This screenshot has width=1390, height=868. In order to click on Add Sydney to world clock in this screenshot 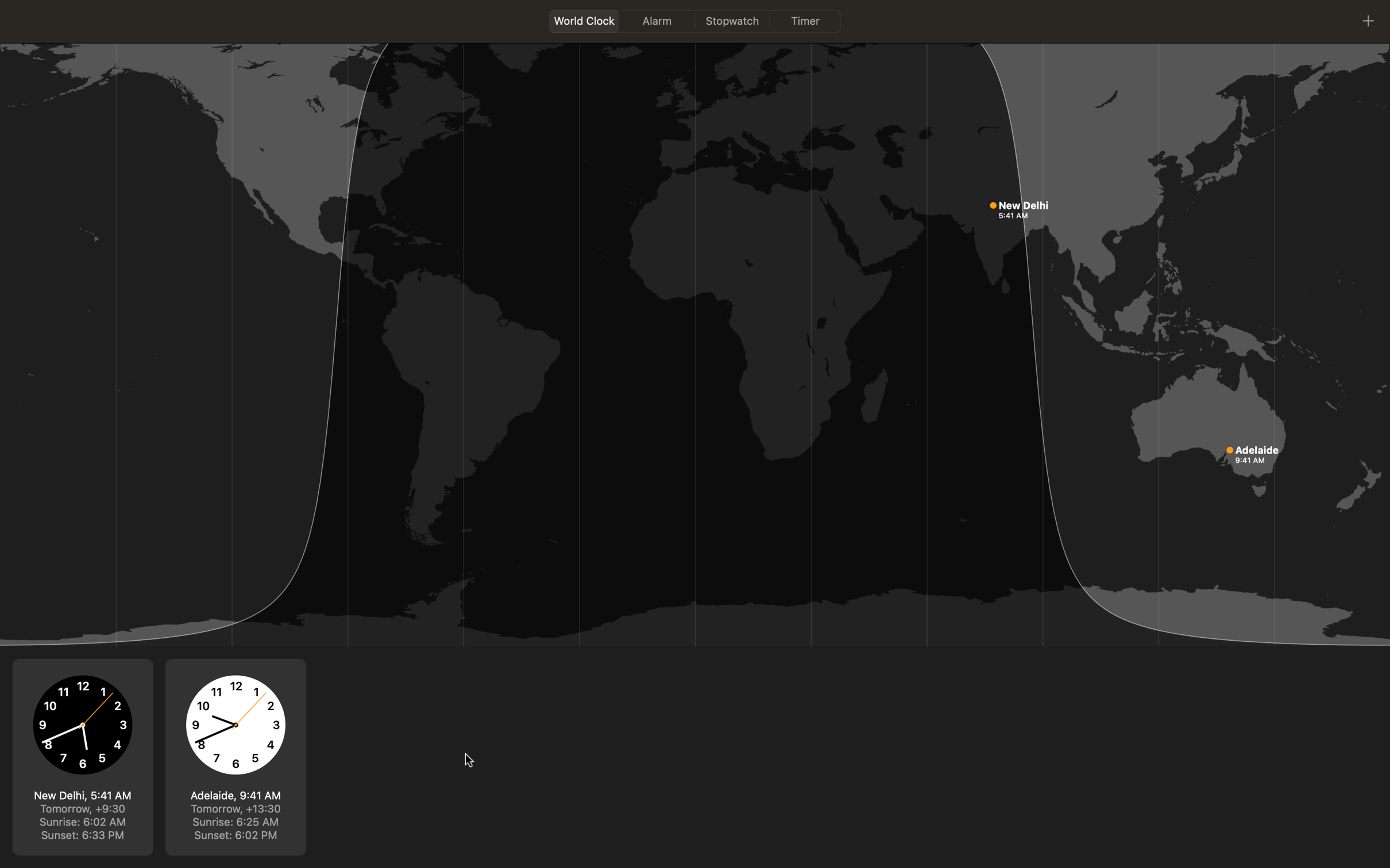, I will do `click(1368, 19)`.